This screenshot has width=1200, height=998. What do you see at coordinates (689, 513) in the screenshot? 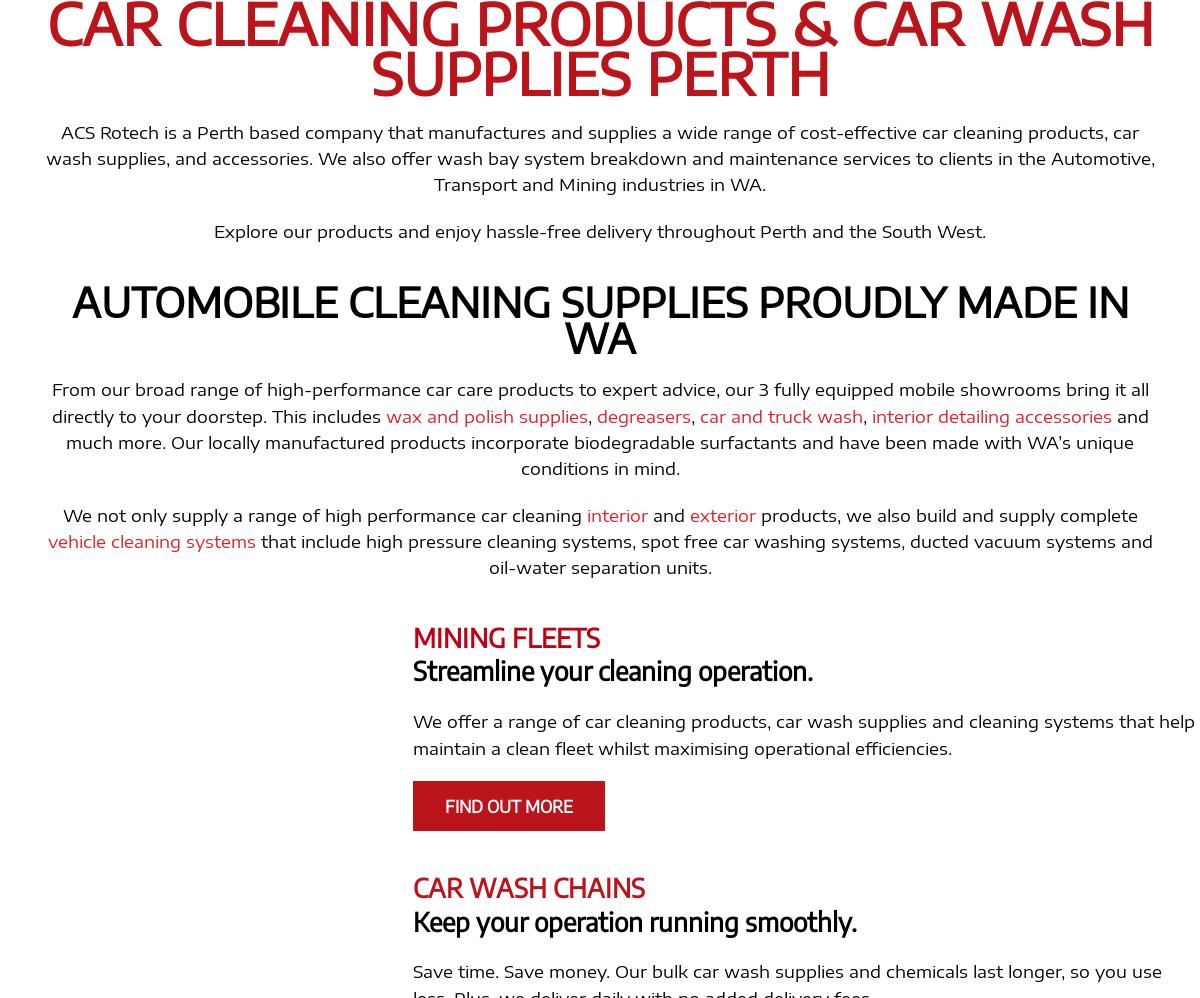
I see `'exterior'` at bounding box center [689, 513].